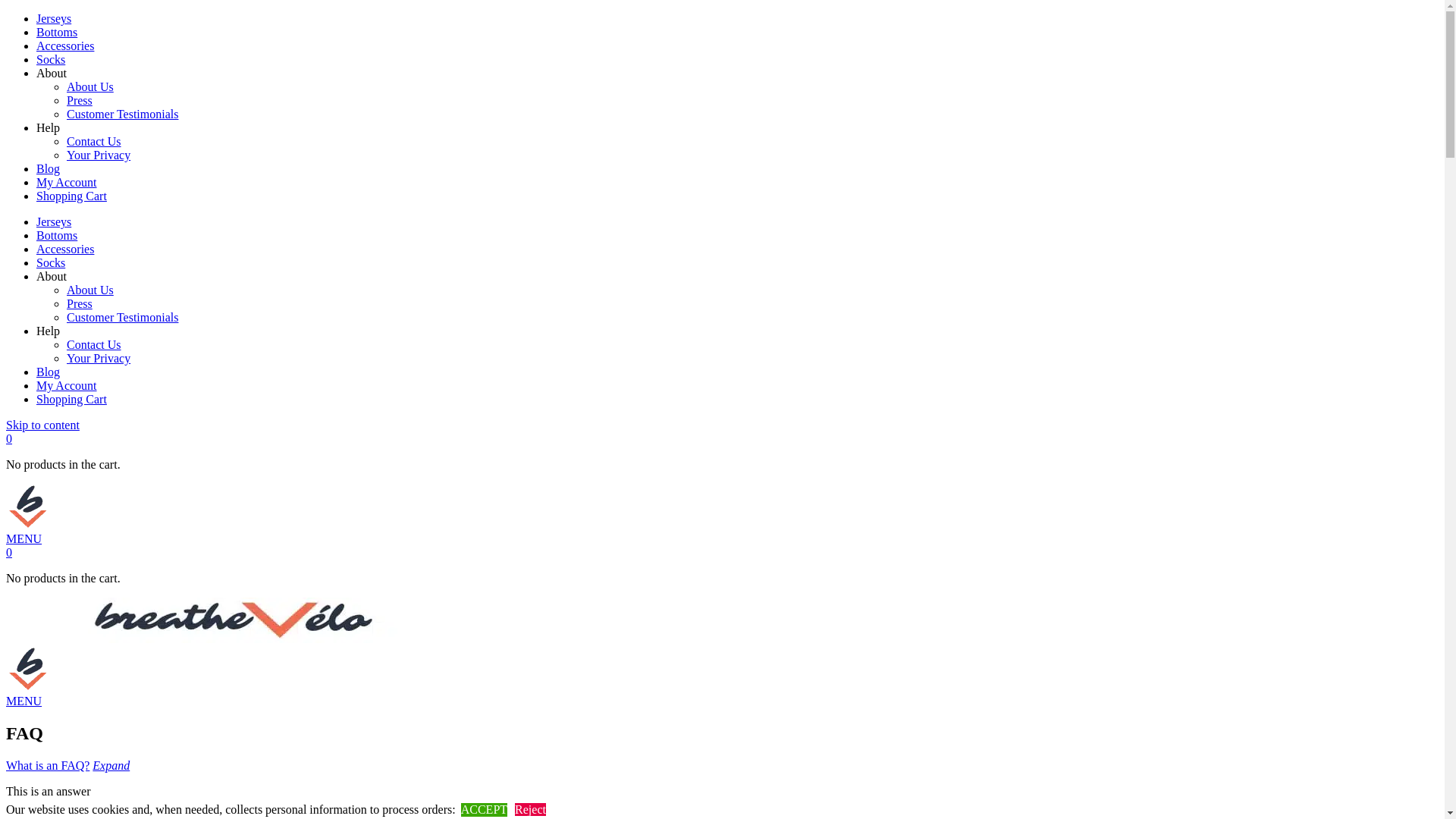 This screenshot has width=1456, height=819. Describe the element at coordinates (9, 438) in the screenshot. I see `'0'` at that location.